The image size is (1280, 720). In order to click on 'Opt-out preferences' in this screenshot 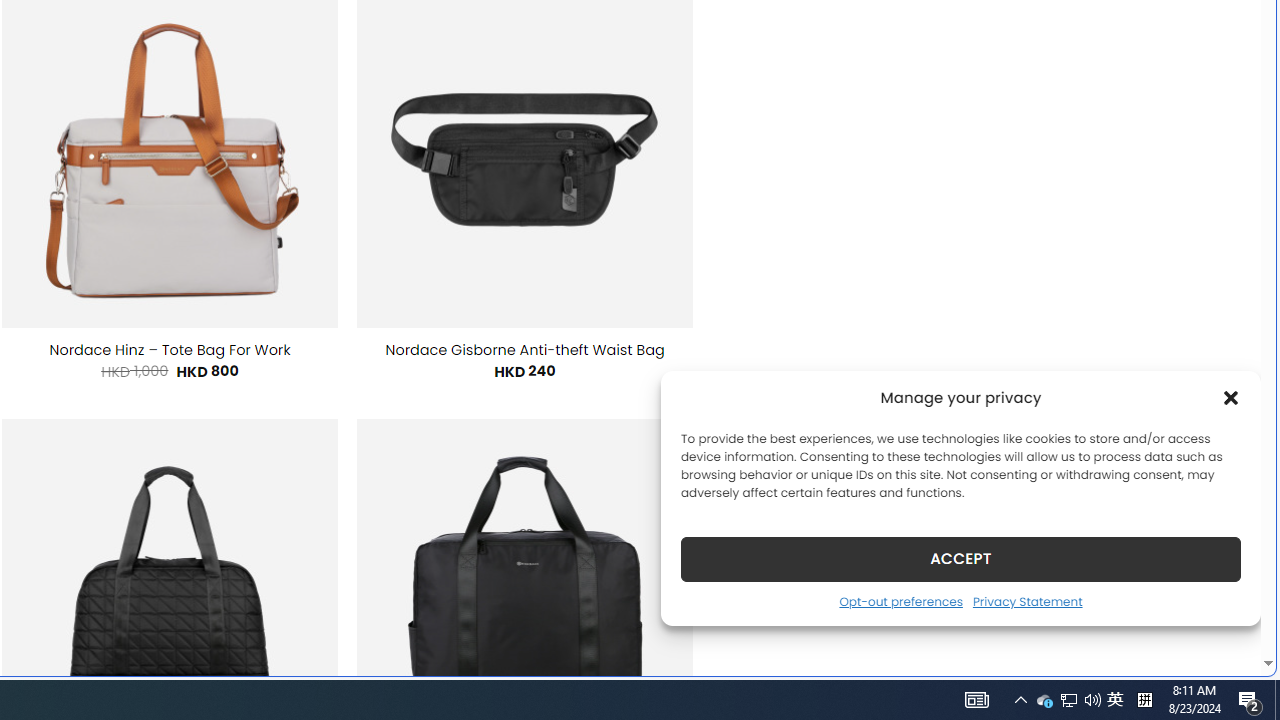, I will do `click(899, 600)`.